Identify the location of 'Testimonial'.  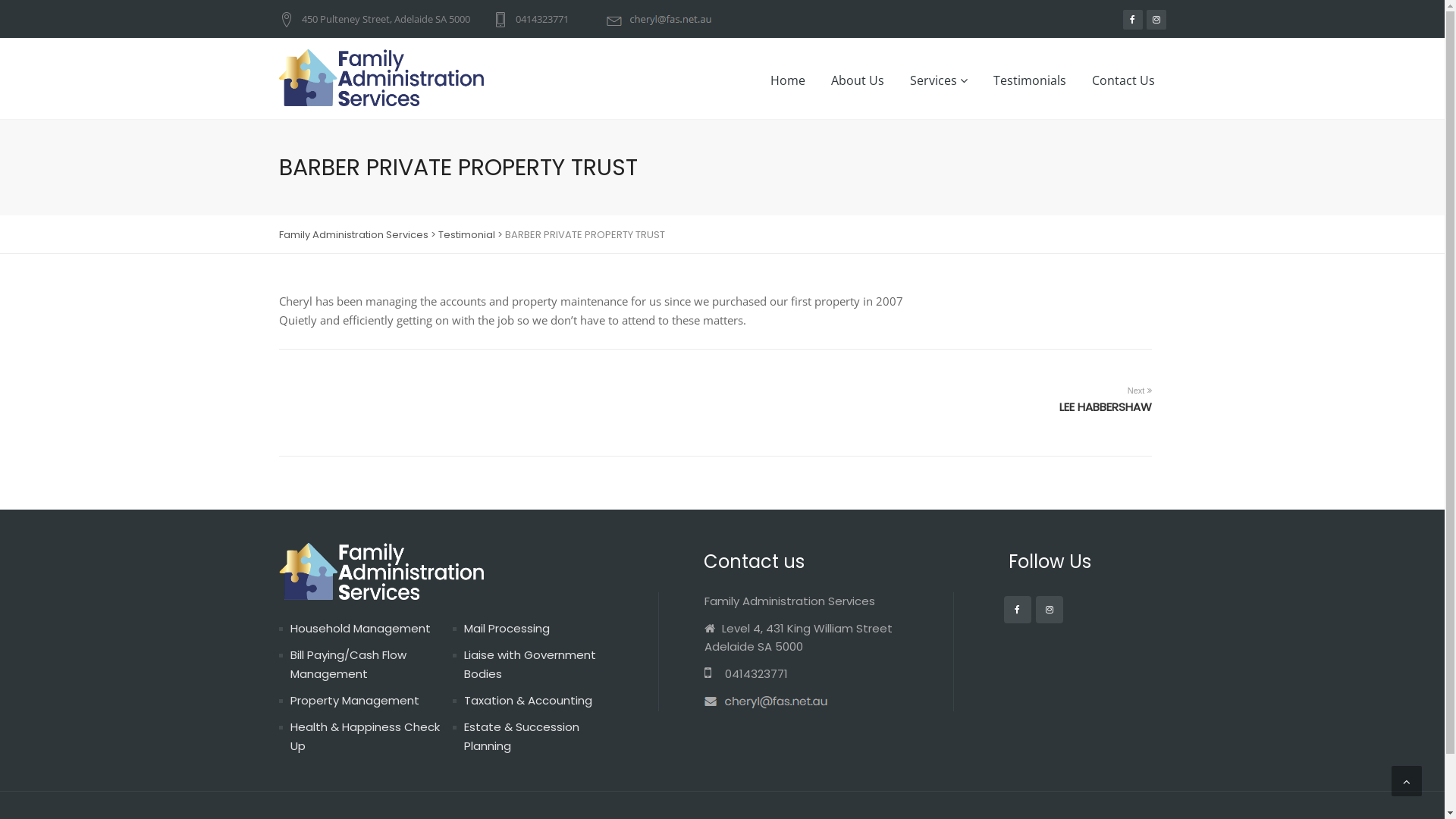
(466, 234).